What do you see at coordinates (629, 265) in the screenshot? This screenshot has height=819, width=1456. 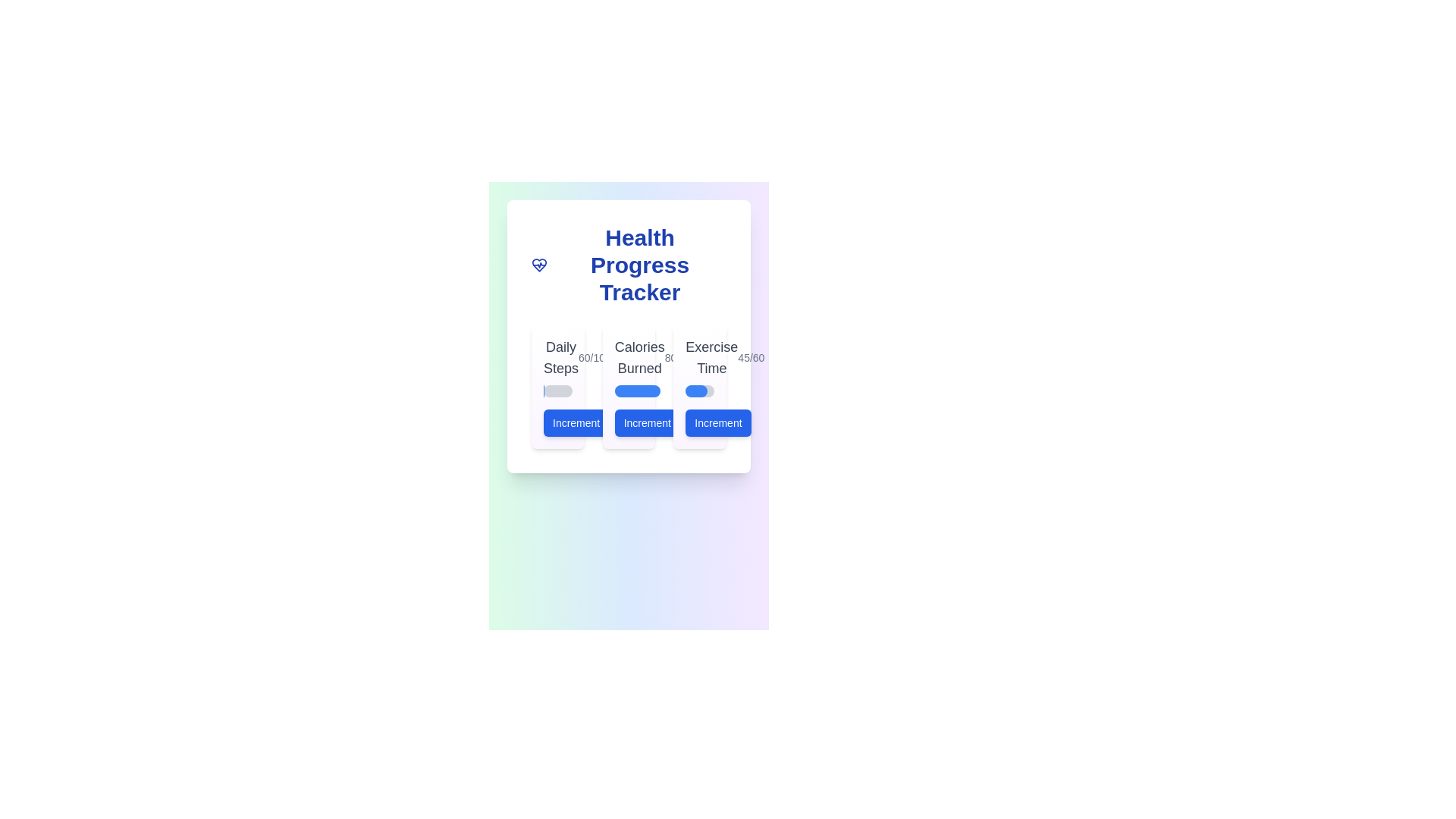 I see `the health tracking title text label with its accompanying icon, which indicates features related to health tracking and is located above the progress indicators for 'Daily Steps,' 'Calories Burned,' and 'Exercise Time.'` at bounding box center [629, 265].